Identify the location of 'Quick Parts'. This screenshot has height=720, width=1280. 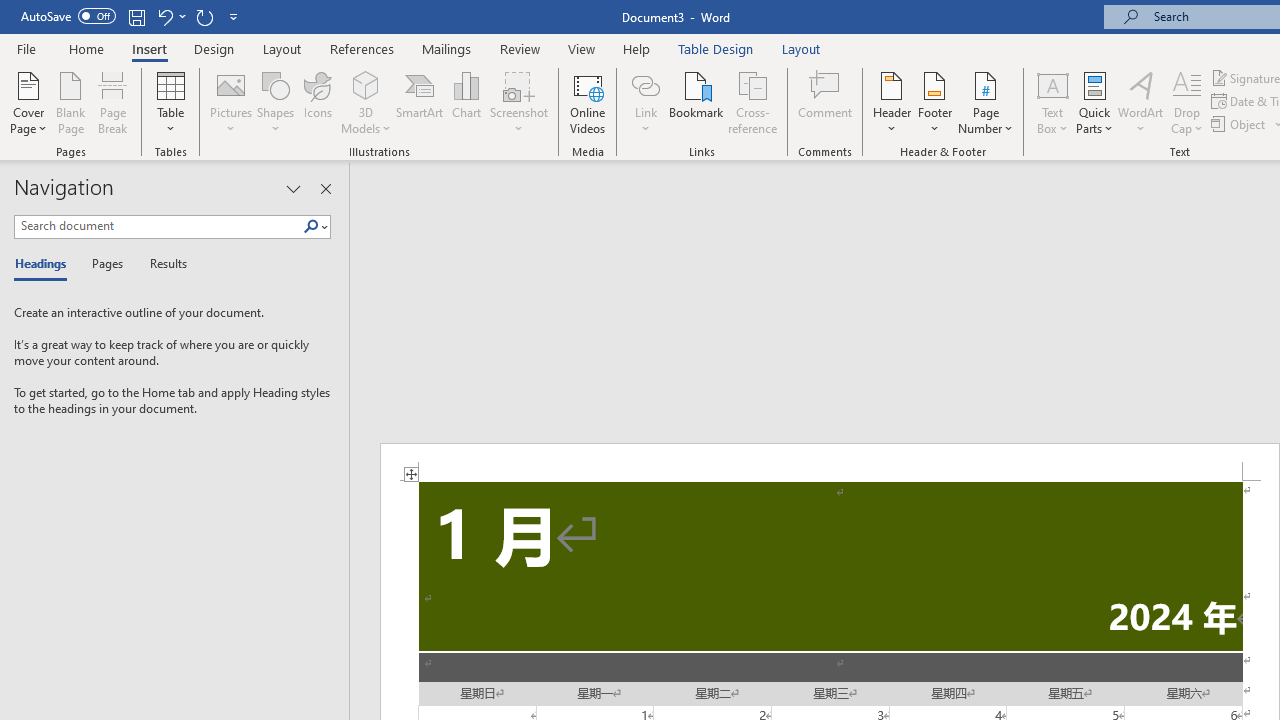
(1094, 103).